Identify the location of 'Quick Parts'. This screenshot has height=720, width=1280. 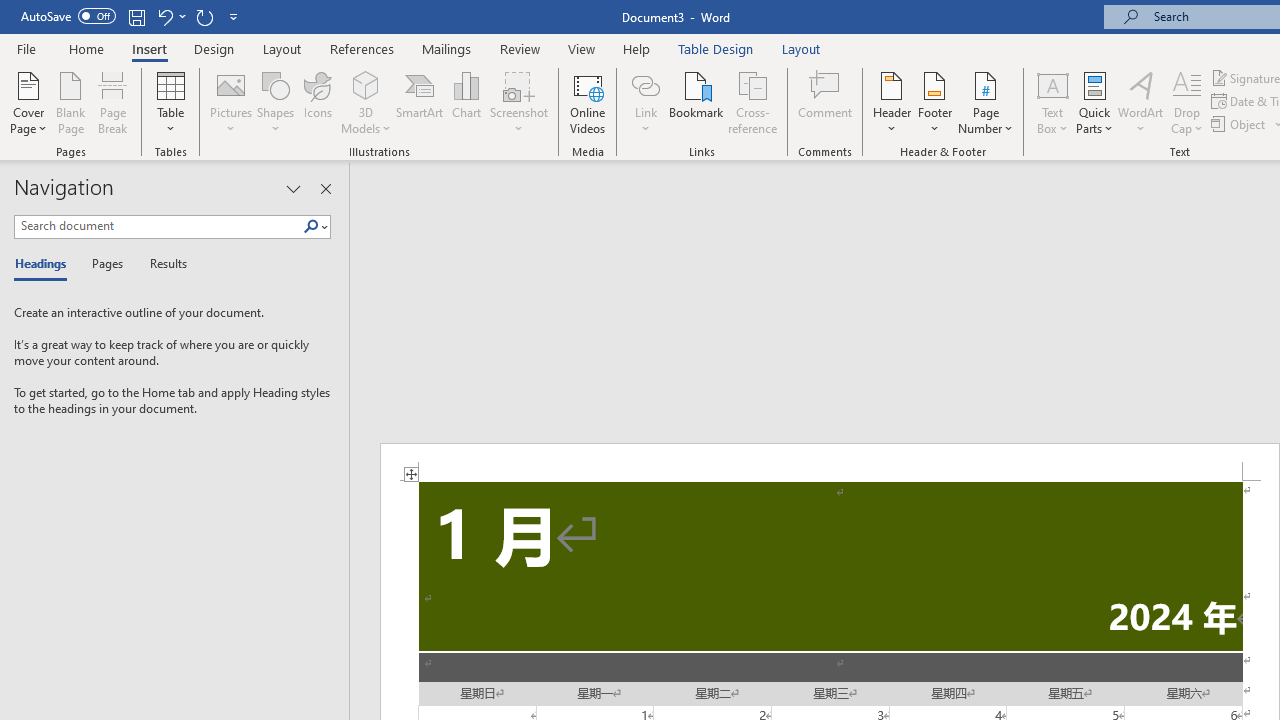
(1094, 103).